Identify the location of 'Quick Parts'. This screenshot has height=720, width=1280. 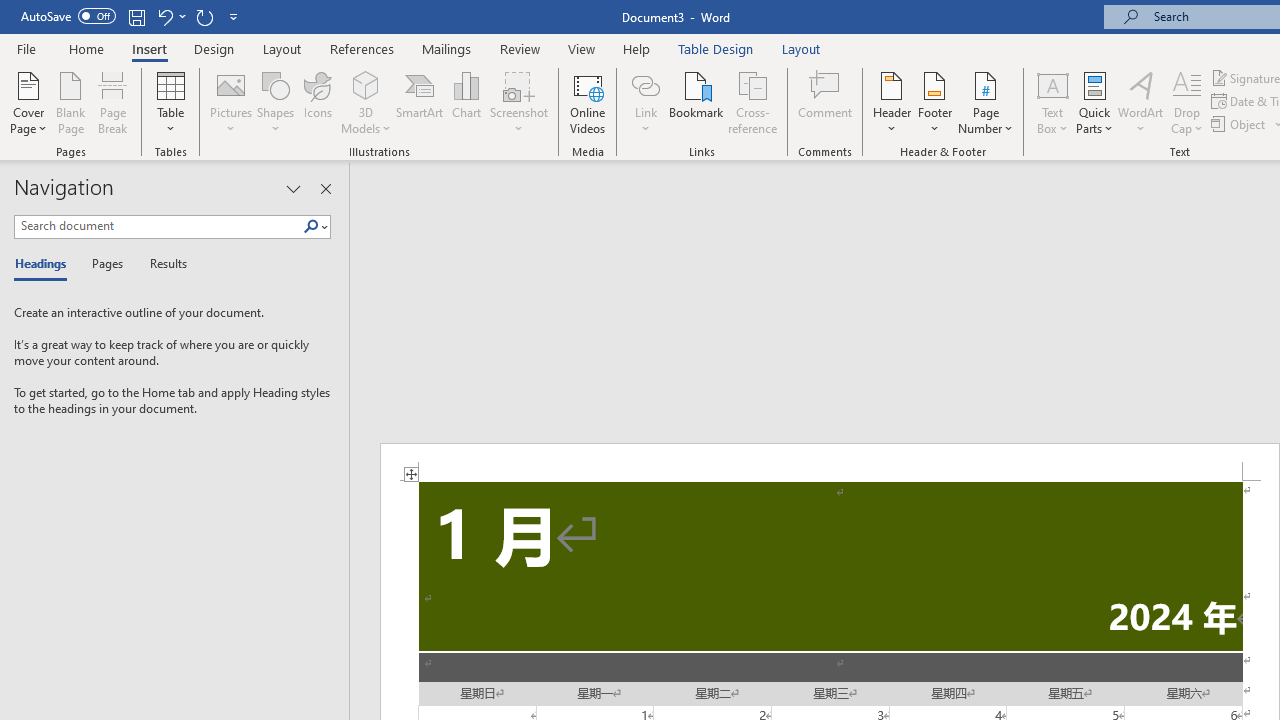
(1094, 103).